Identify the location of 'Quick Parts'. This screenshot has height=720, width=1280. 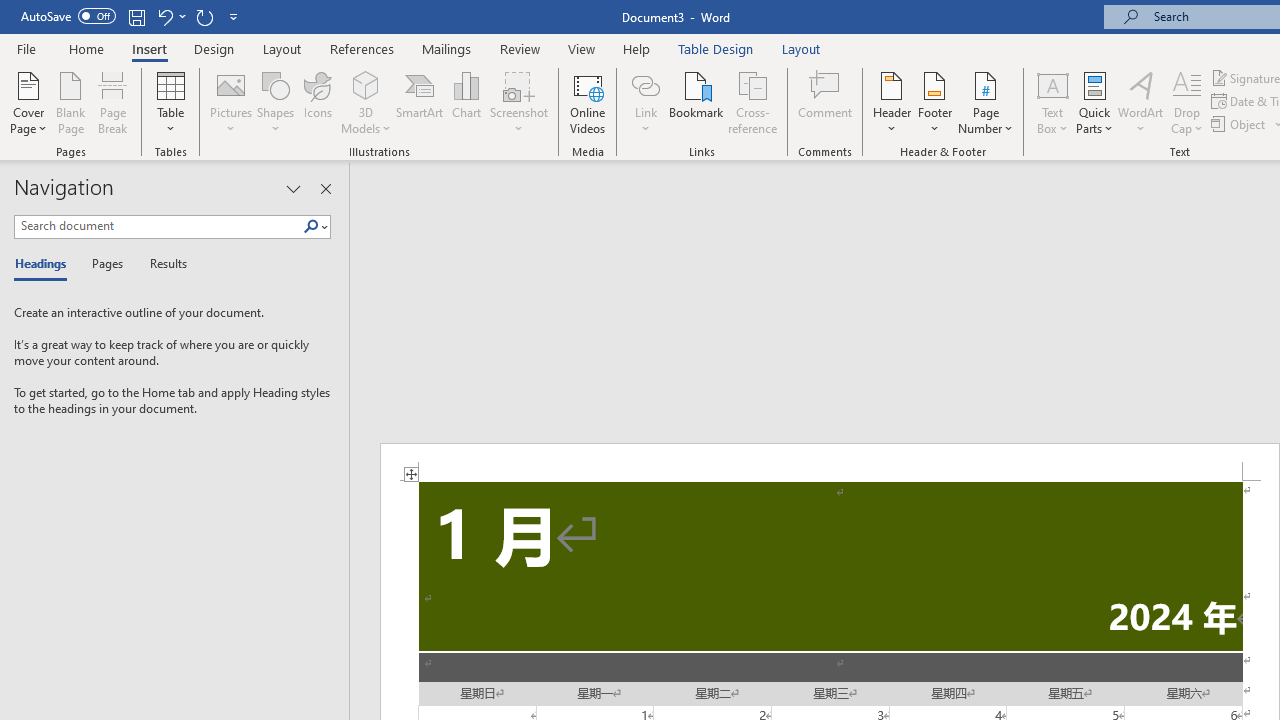
(1094, 103).